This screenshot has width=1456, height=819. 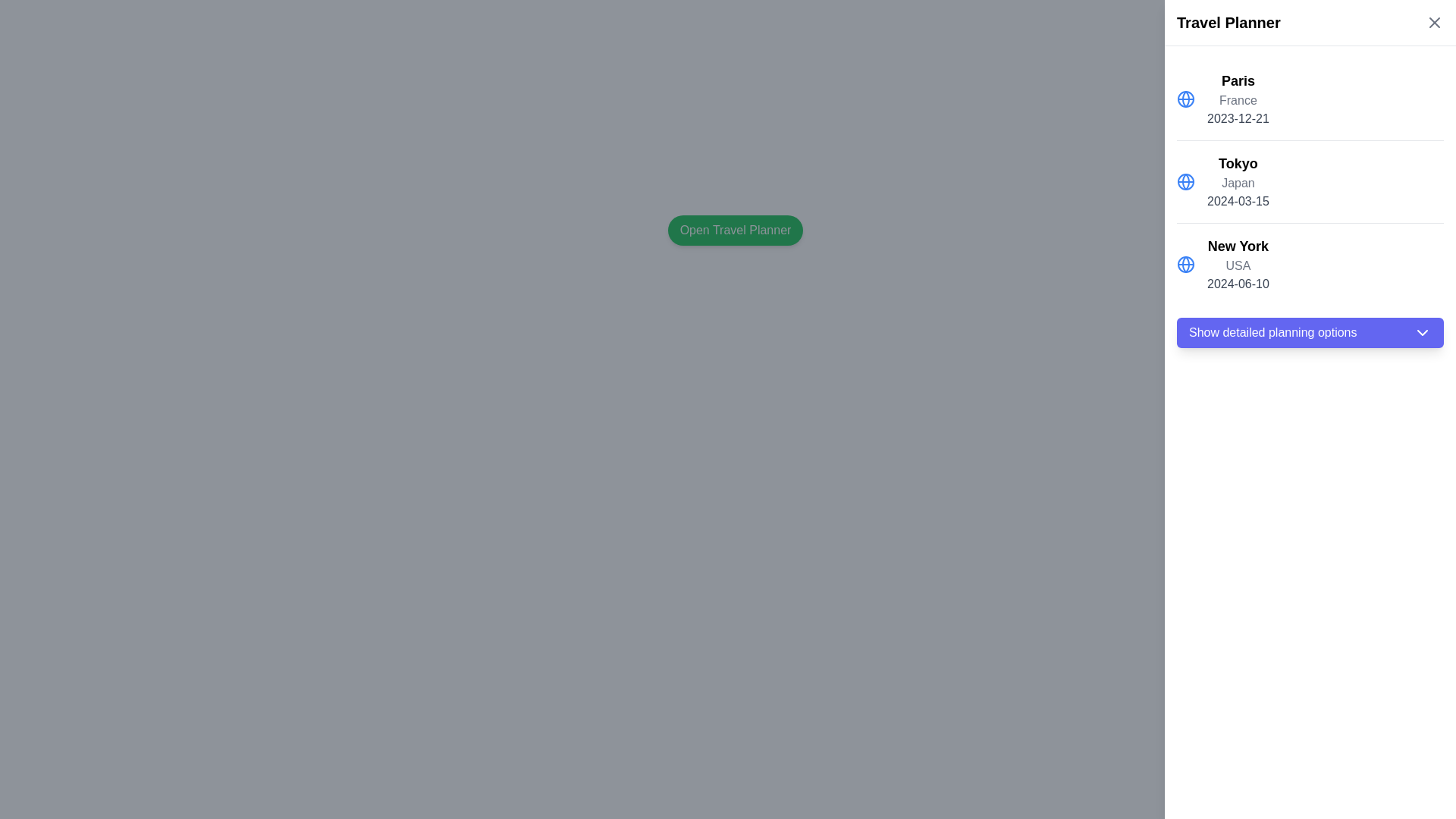 I want to click on the 'X' icon button in the top-right corner of the panel header, so click(x=1433, y=23).